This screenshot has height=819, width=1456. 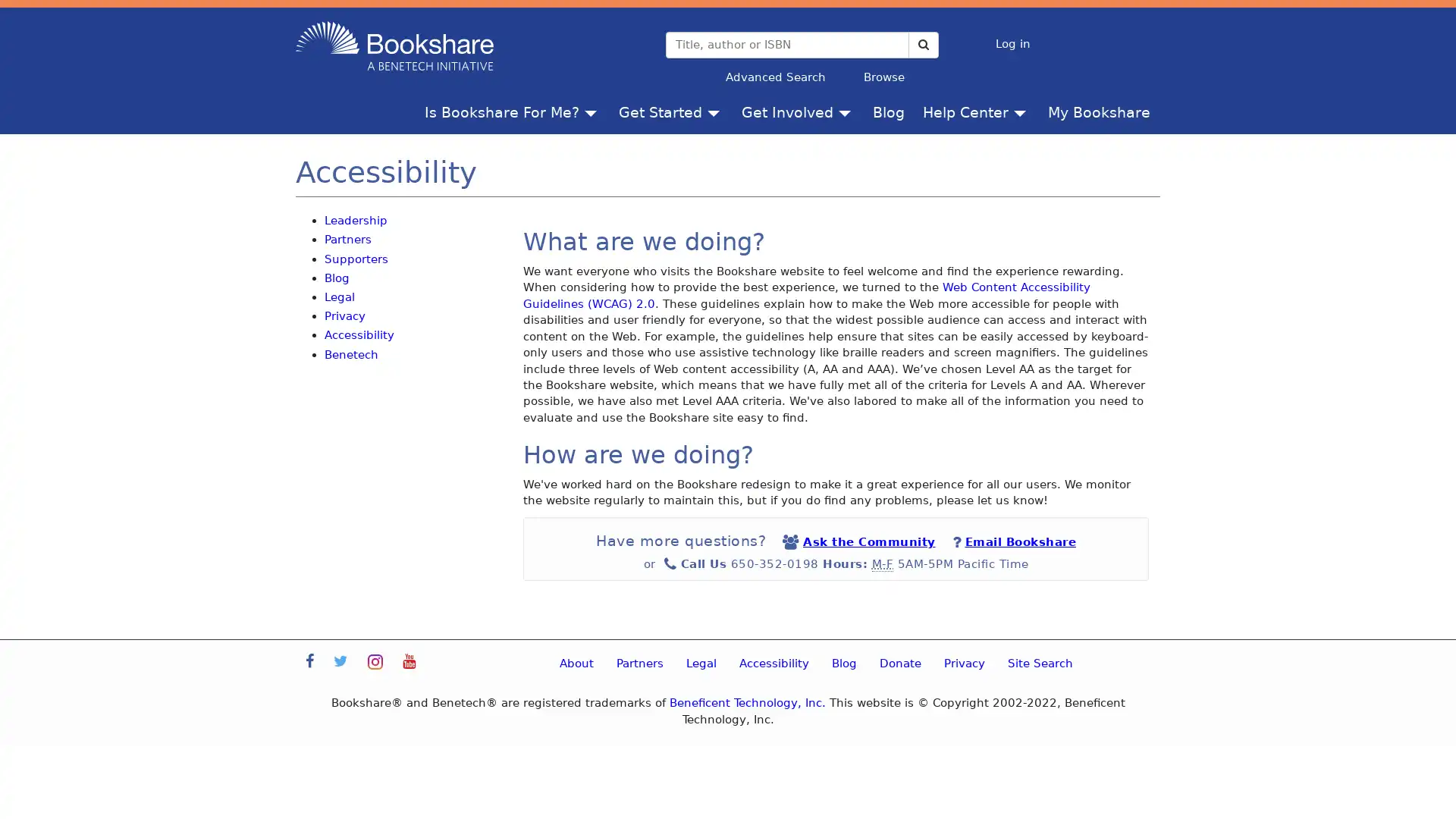 What do you see at coordinates (1023, 111) in the screenshot?
I see `Help Center menu` at bounding box center [1023, 111].